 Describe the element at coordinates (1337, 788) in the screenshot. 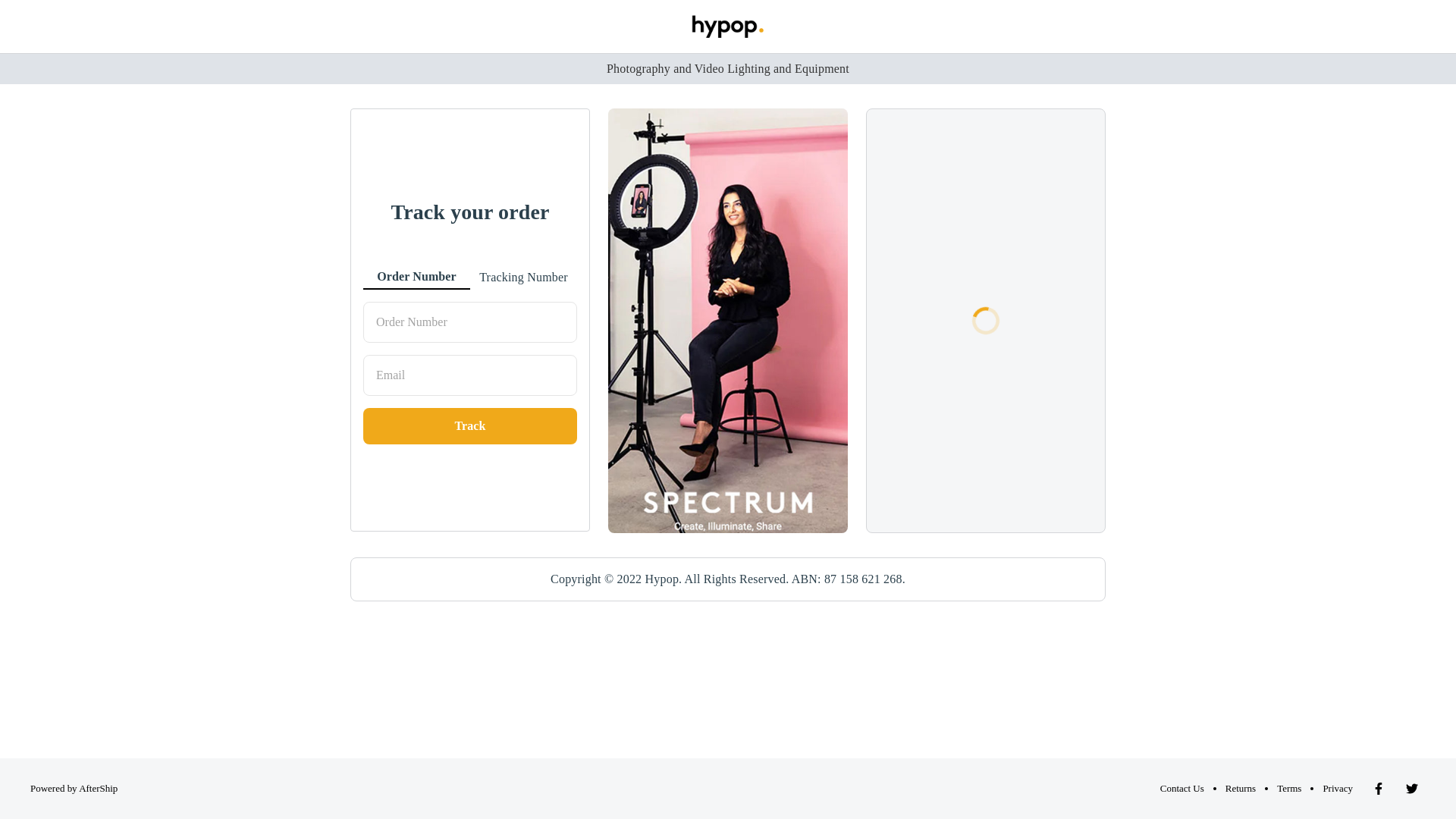

I see `'Privacy'` at that location.